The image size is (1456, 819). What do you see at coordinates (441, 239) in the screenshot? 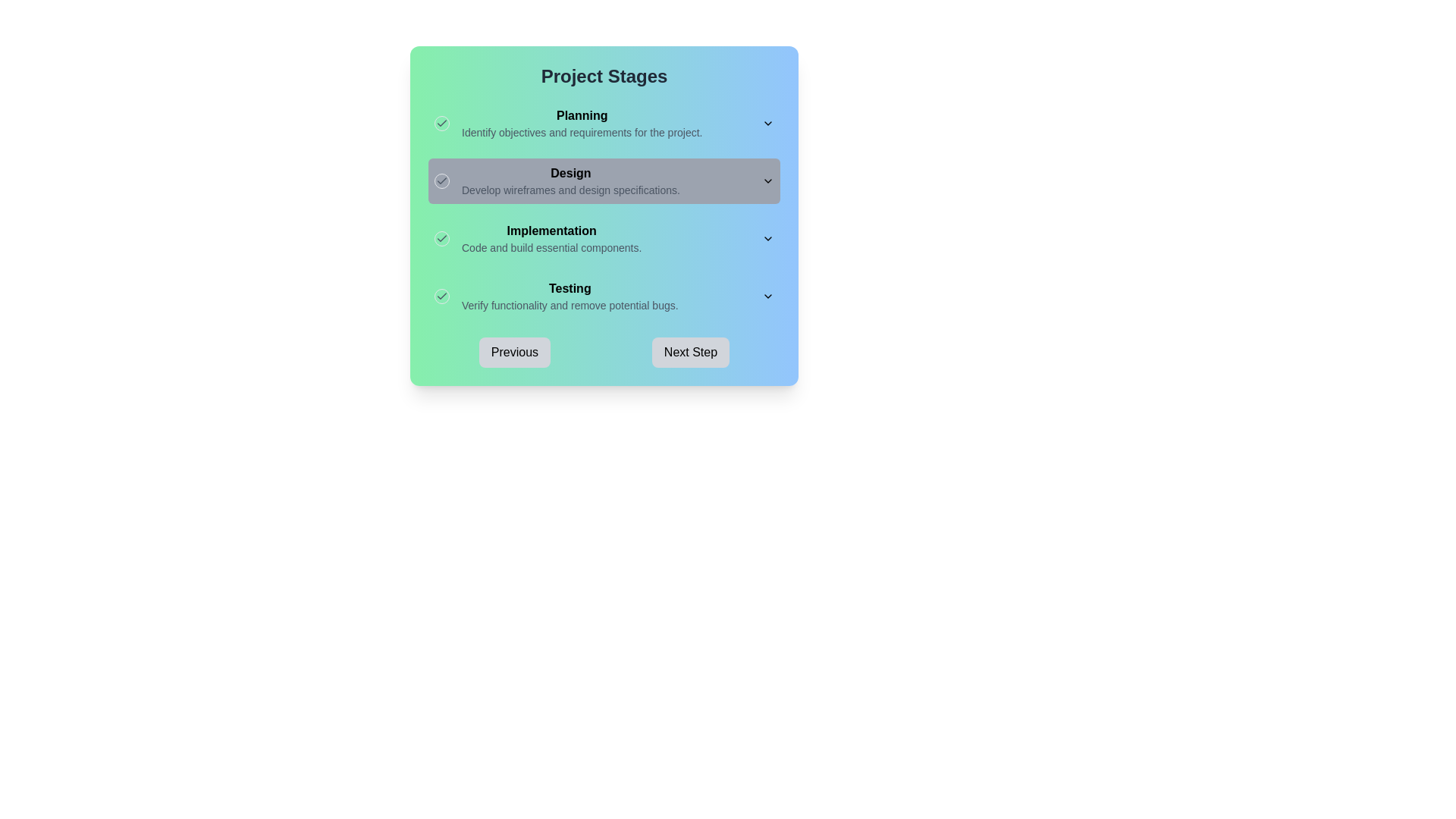
I see `the 'Implementation' stage completion icon located to the left of the text in the 'Project Stages' section` at bounding box center [441, 239].